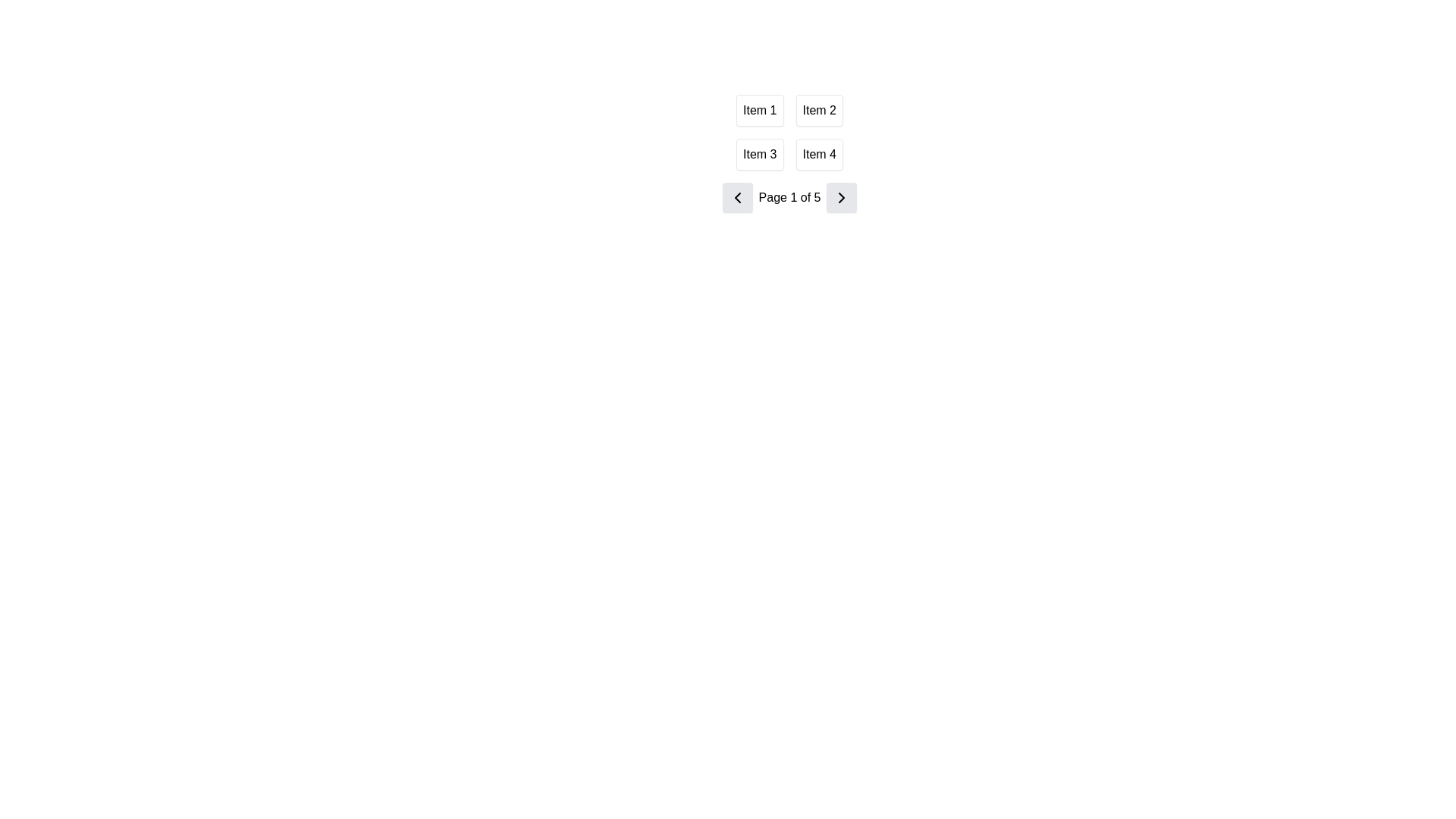 The image size is (1456, 819). I want to click on the left-pointing chevron arrow icon embedded within the button located in the pagination area, so click(737, 197).